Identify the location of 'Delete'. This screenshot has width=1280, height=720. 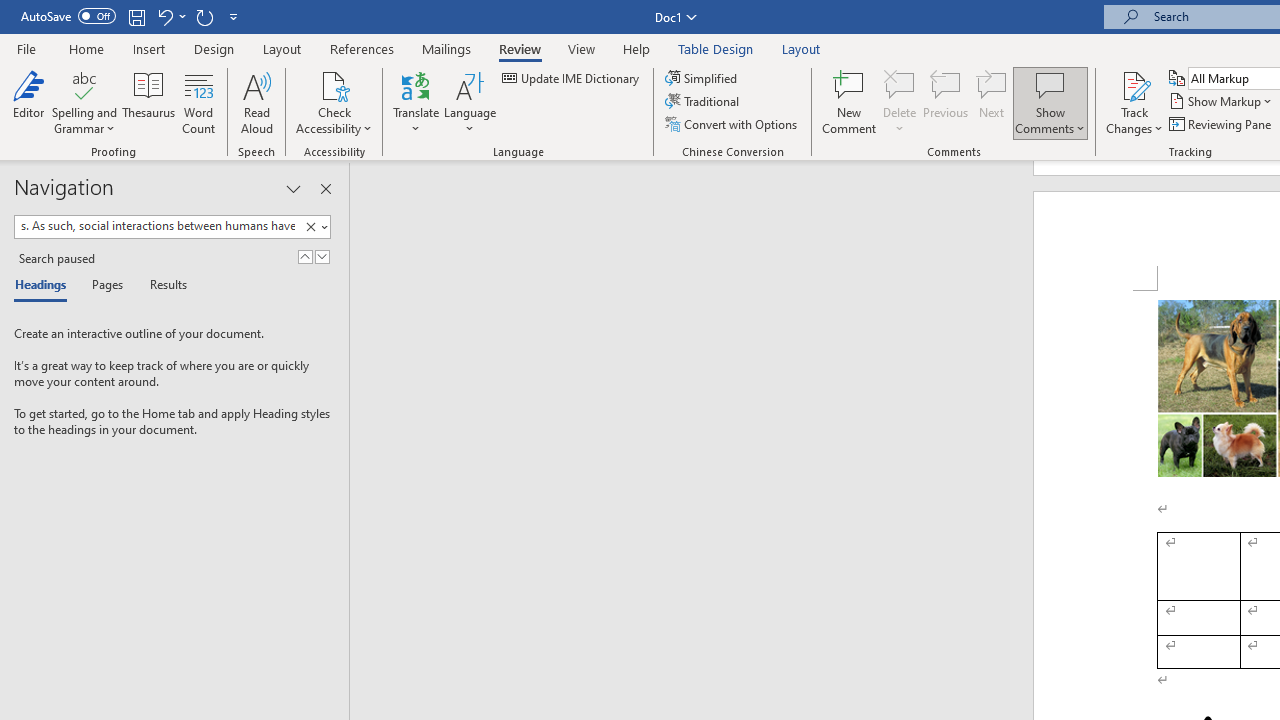
(899, 84).